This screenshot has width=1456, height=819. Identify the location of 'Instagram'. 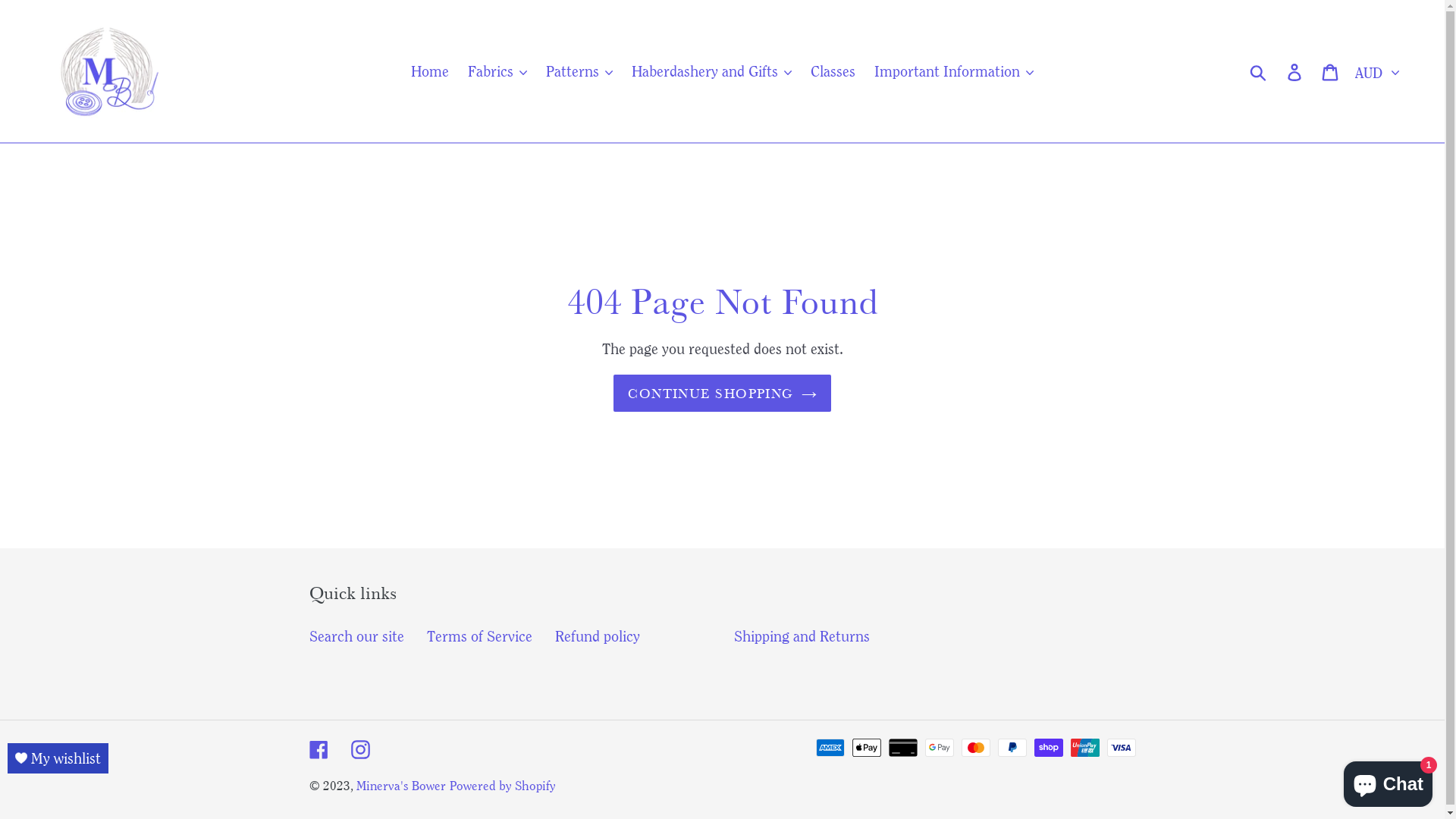
(349, 747).